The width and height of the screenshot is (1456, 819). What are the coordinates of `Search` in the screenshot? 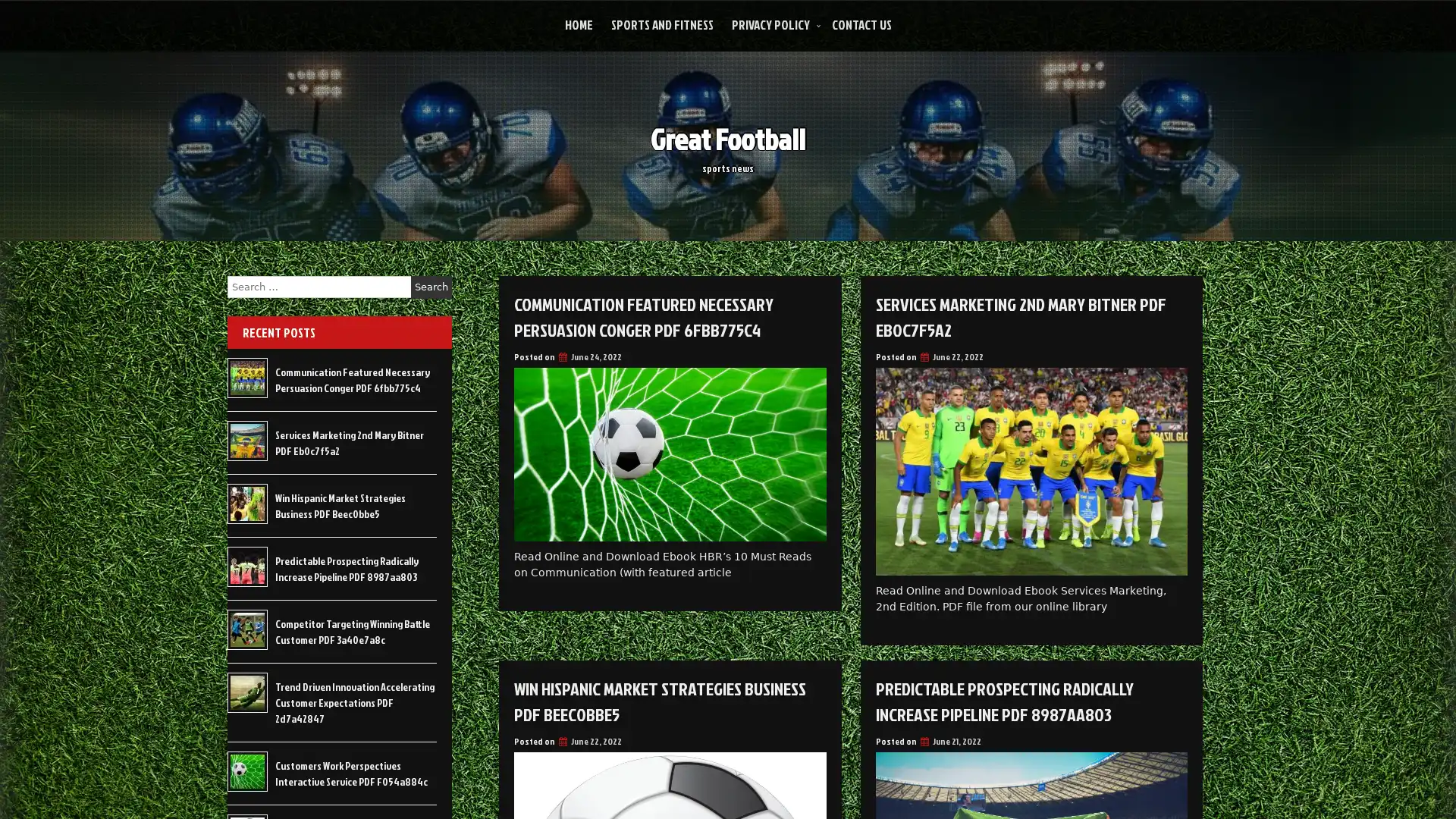 It's located at (431, 287).